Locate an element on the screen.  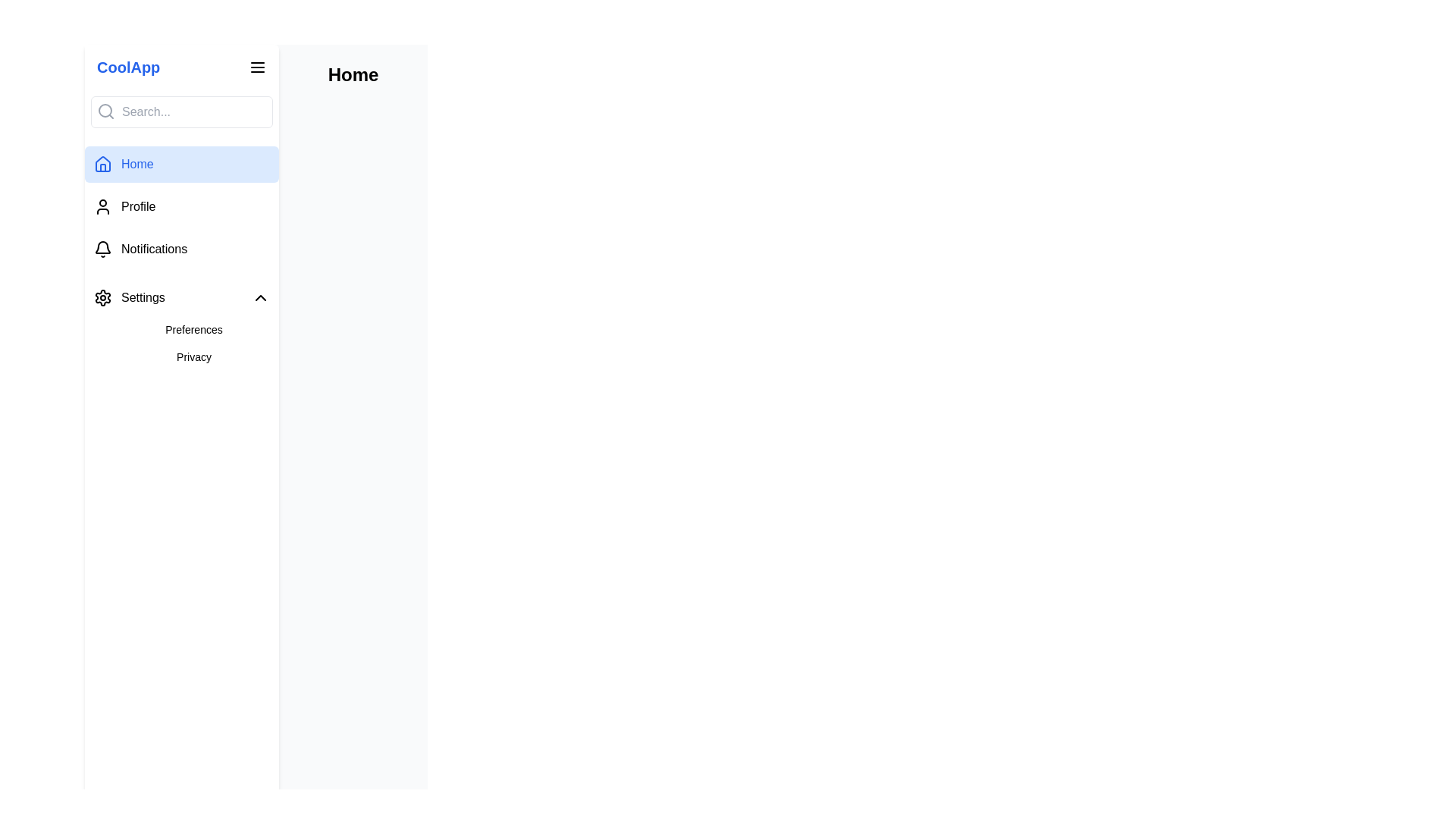
the Navigation link that directs users to the notifications page, positioned as the third item in the vertical list of navigation items in the sidebar, just above the 'Settings' section is located at coordinates (182, 248).